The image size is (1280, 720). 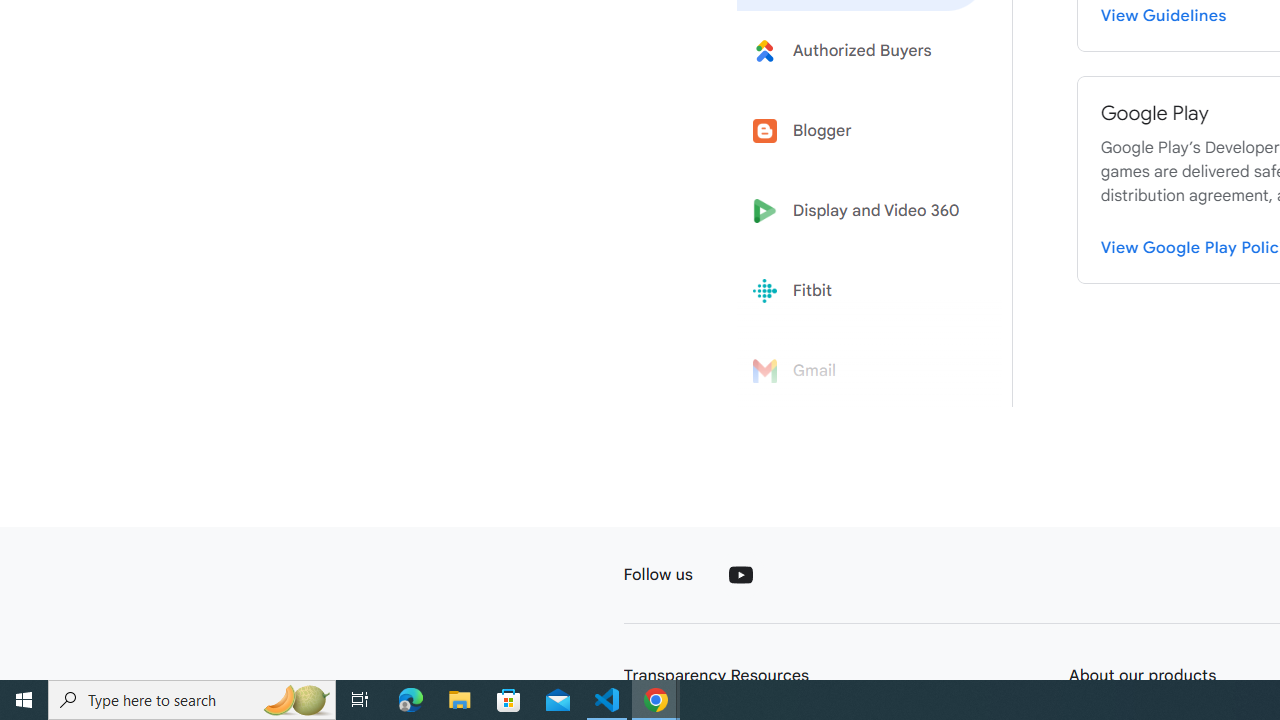 What do you see at coordinates (862, 211) in the screenshot?
I see `'Display and Video 360'` at bounding box center [862, 211].